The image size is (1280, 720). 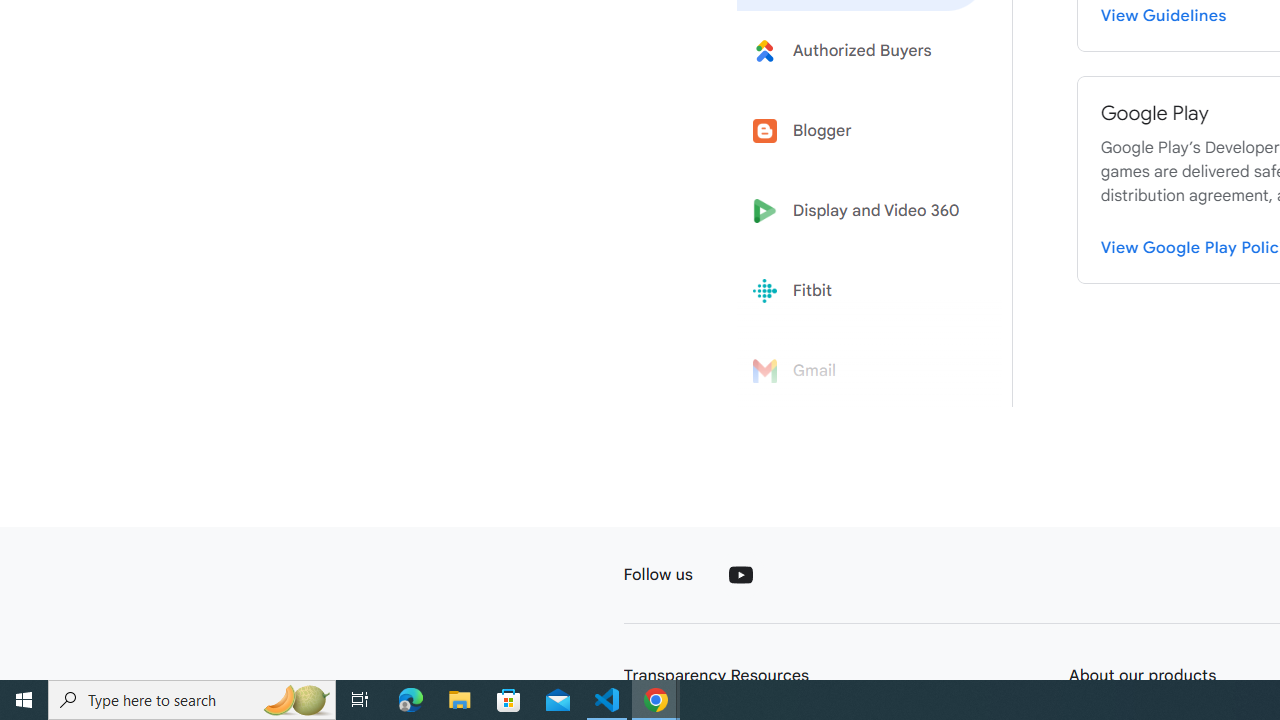 What do you see at coordinates (862, 211) in the screenshot?
I see `'Display and Video 360'` at bounding box center [862, 211].